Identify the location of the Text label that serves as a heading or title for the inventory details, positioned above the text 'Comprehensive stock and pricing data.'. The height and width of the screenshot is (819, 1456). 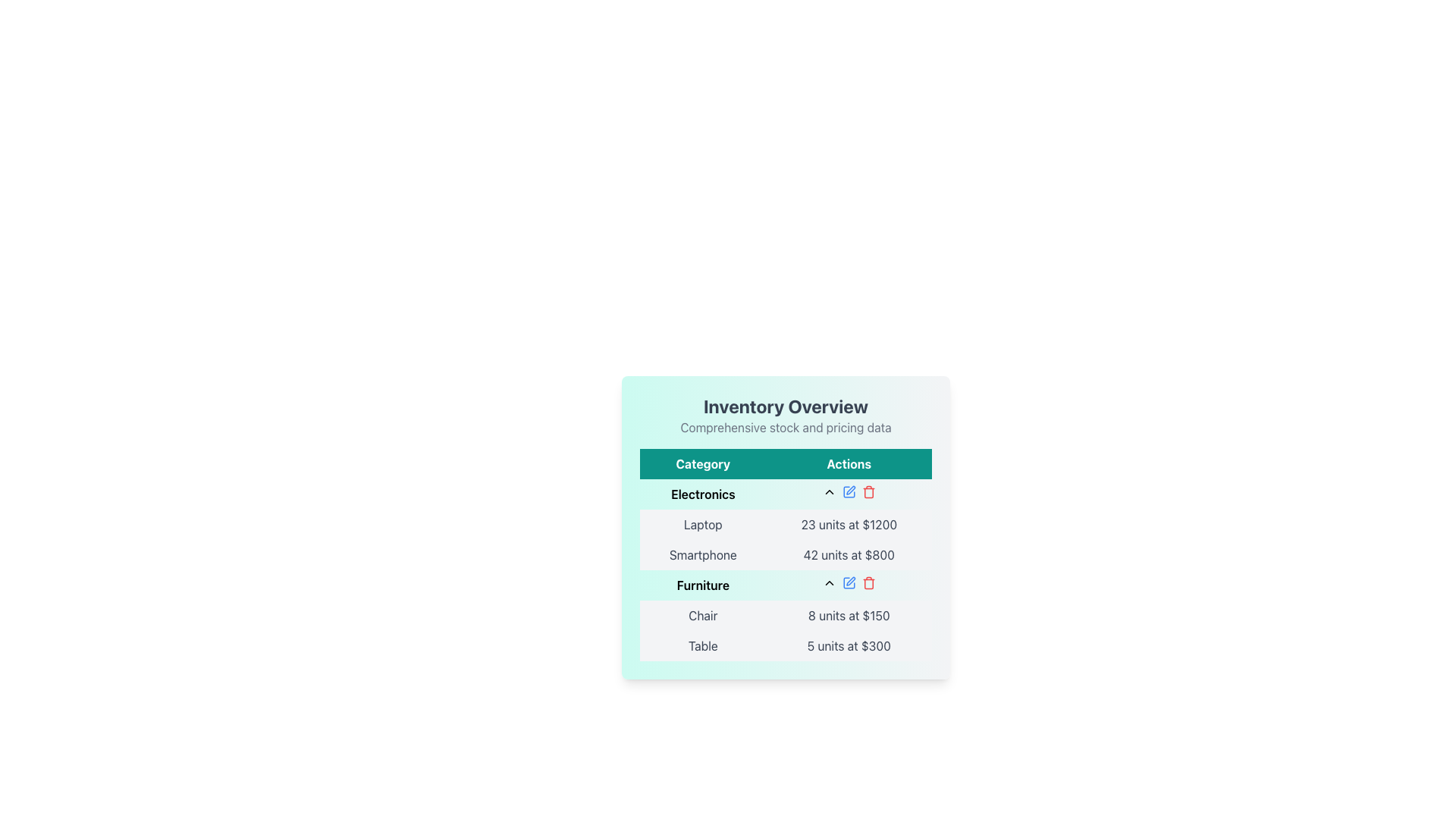
(786, 406).